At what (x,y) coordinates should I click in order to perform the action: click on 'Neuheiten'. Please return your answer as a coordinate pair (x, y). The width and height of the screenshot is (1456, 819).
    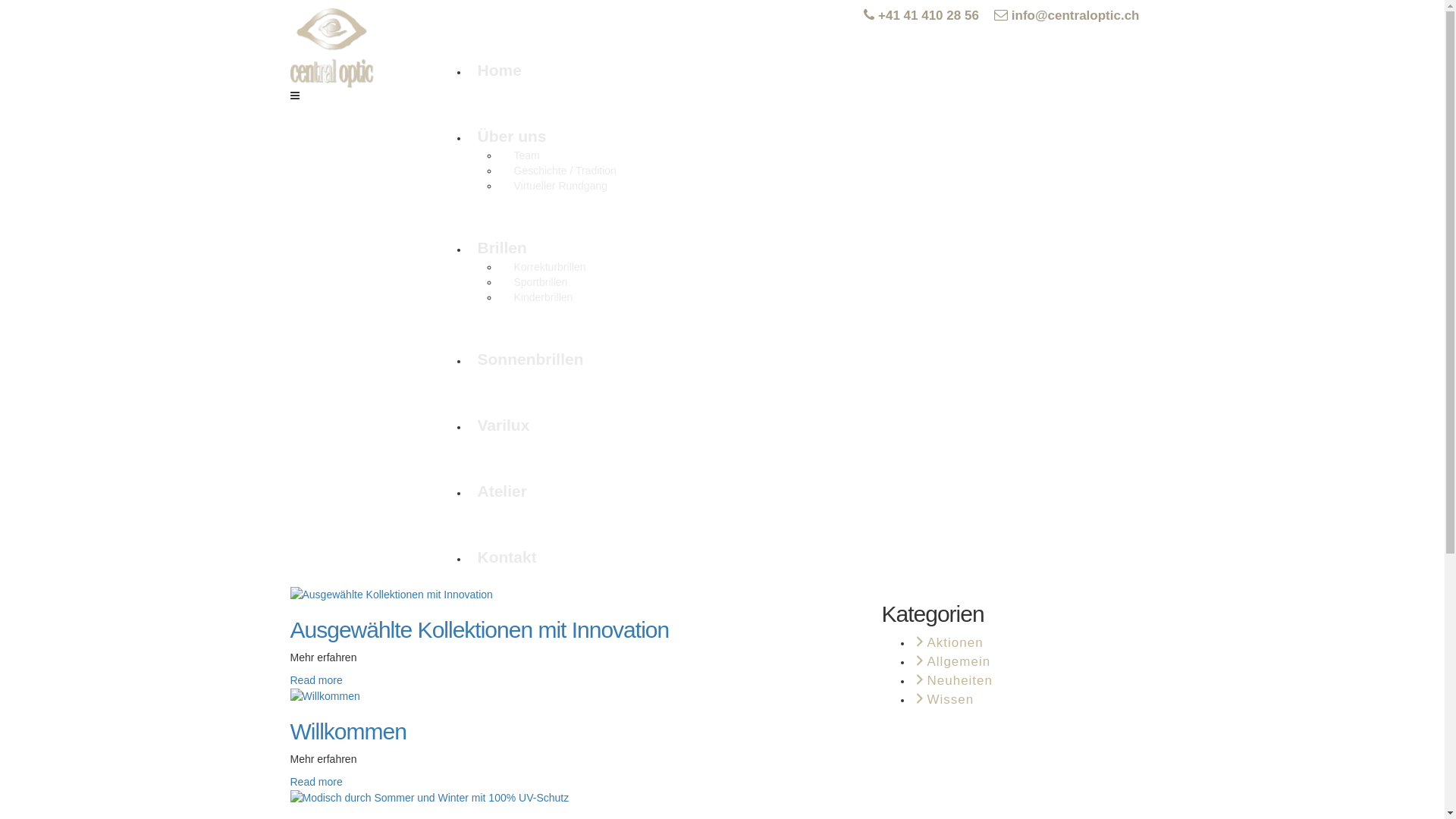
    Looking at the image, I should click on (951, 679).